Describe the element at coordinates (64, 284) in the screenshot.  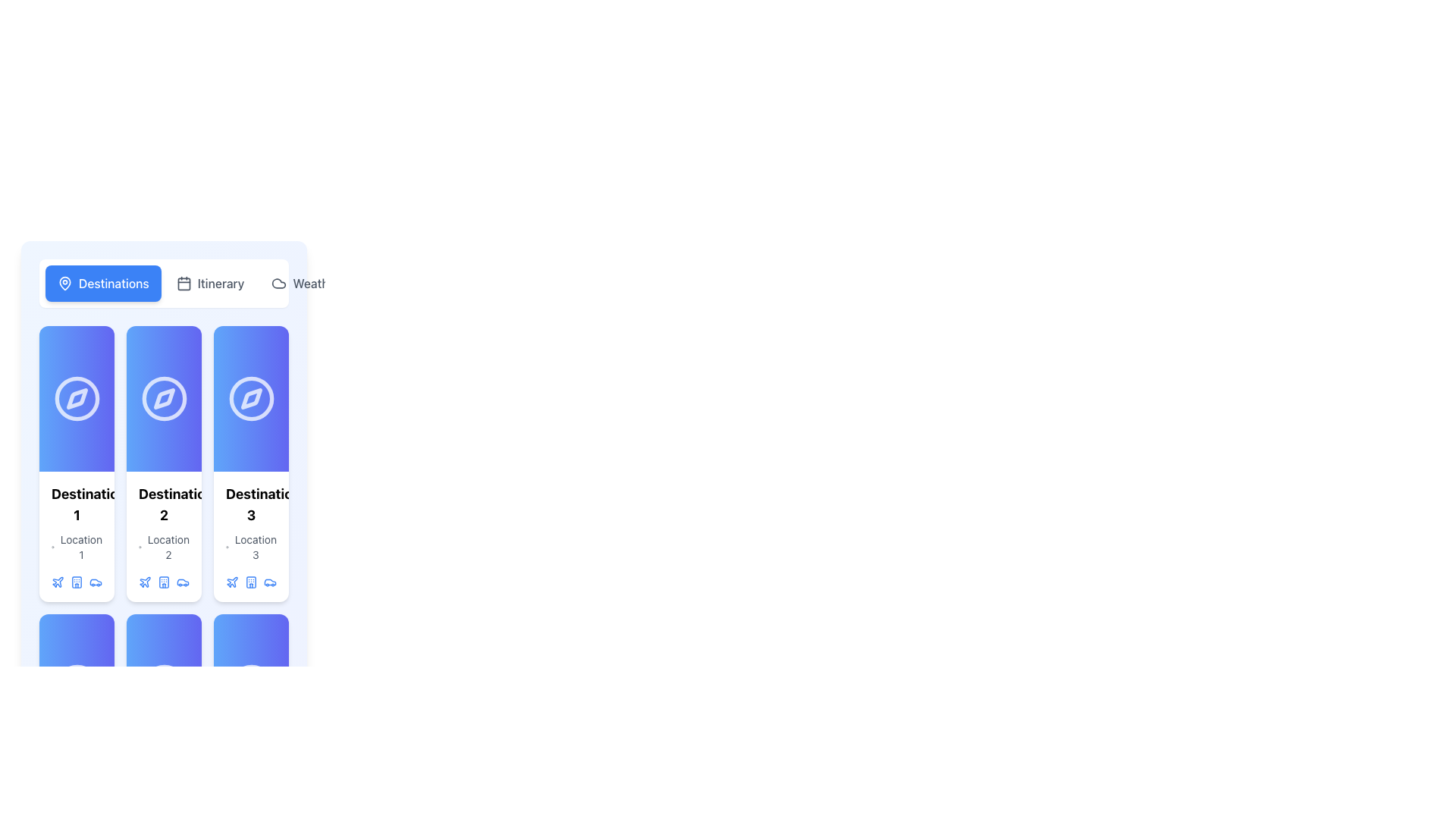
I see `the map pin icon styled element located within the 'Destinations' button, positioned towards the left side of the text label 'Destinations'` at that location.